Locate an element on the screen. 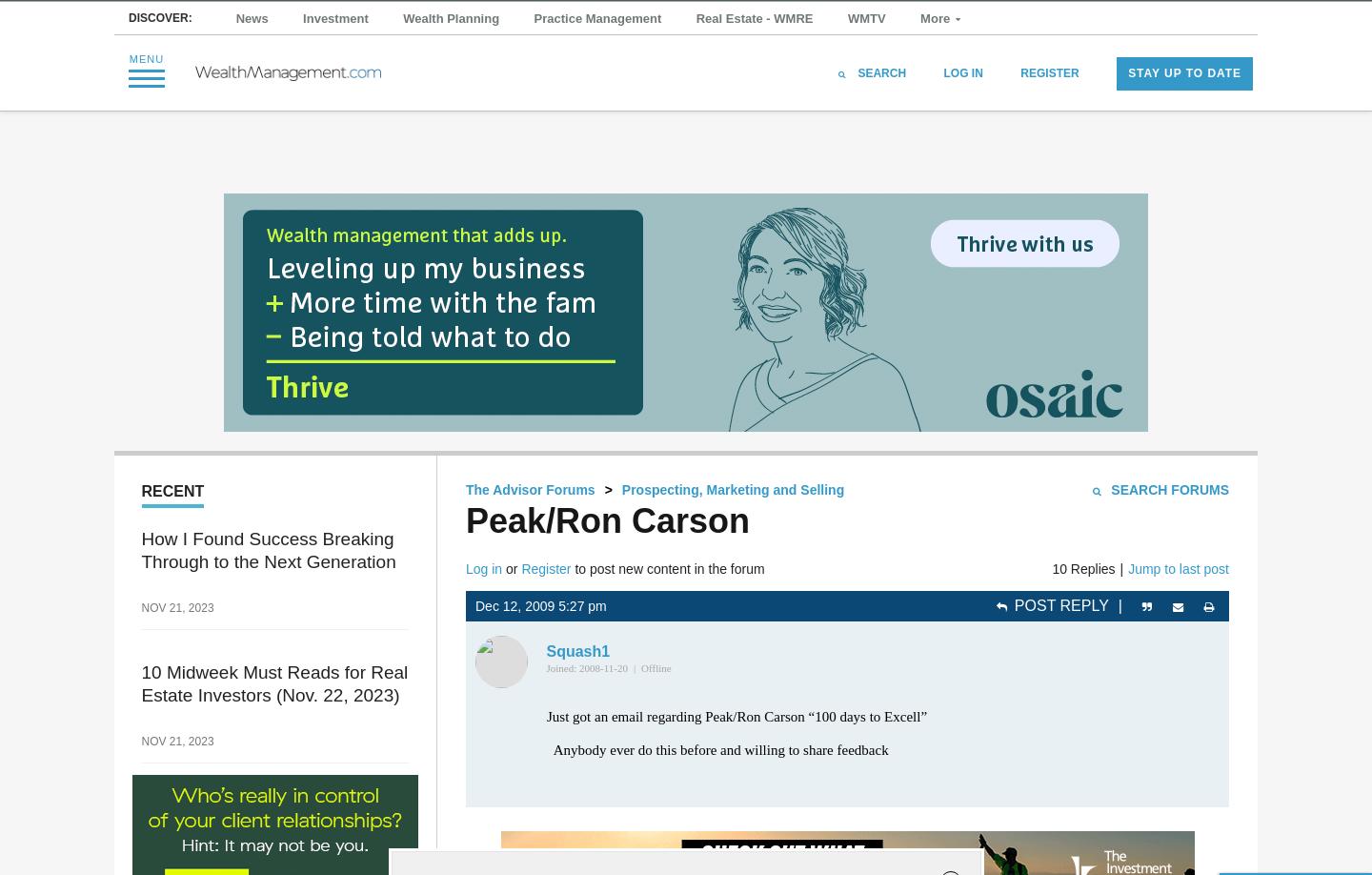 This screenshot has height=875, width=1372. '10 Replies' is located at coordinates (1082, 567).